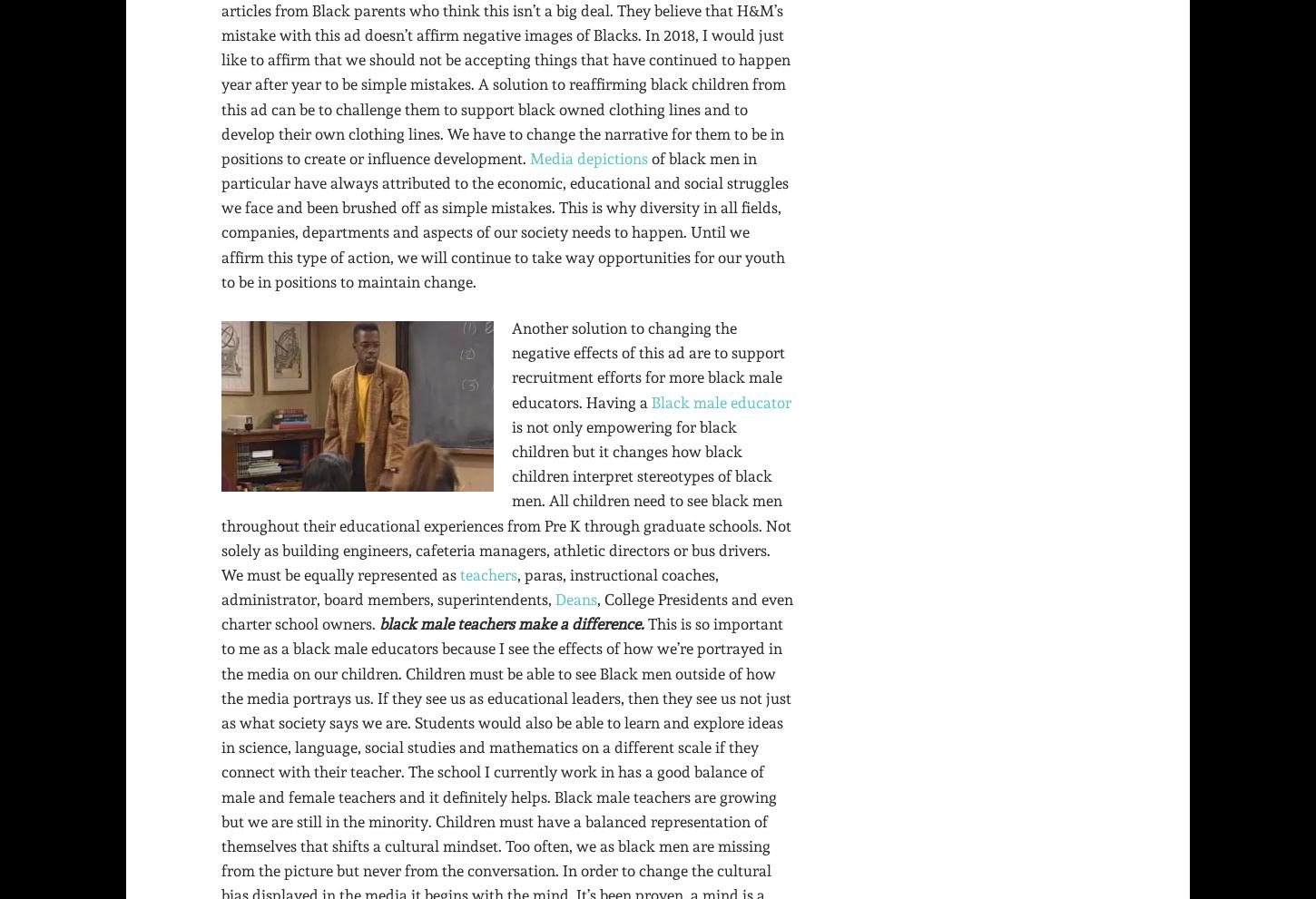 This screenshot has height=899, width=1316. Describe the element at coordinates (575, 598) in the screenshot. I see `'Deans'` at that location.